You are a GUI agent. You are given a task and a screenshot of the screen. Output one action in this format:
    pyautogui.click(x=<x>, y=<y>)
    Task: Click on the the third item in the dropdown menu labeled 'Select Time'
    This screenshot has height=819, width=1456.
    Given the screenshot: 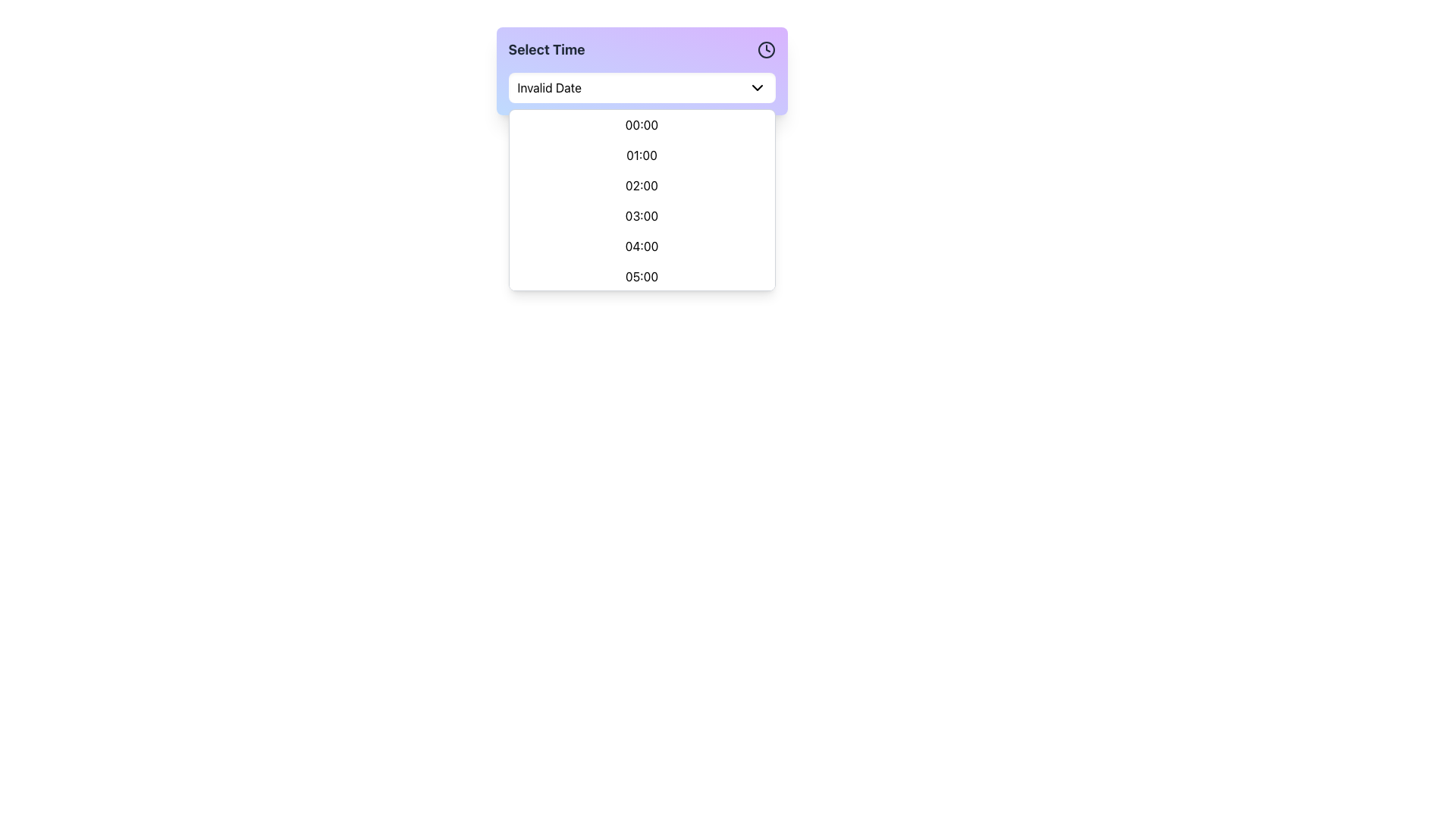 What is the action you would take?
    pyautogui.click(x=642, y=199)
    